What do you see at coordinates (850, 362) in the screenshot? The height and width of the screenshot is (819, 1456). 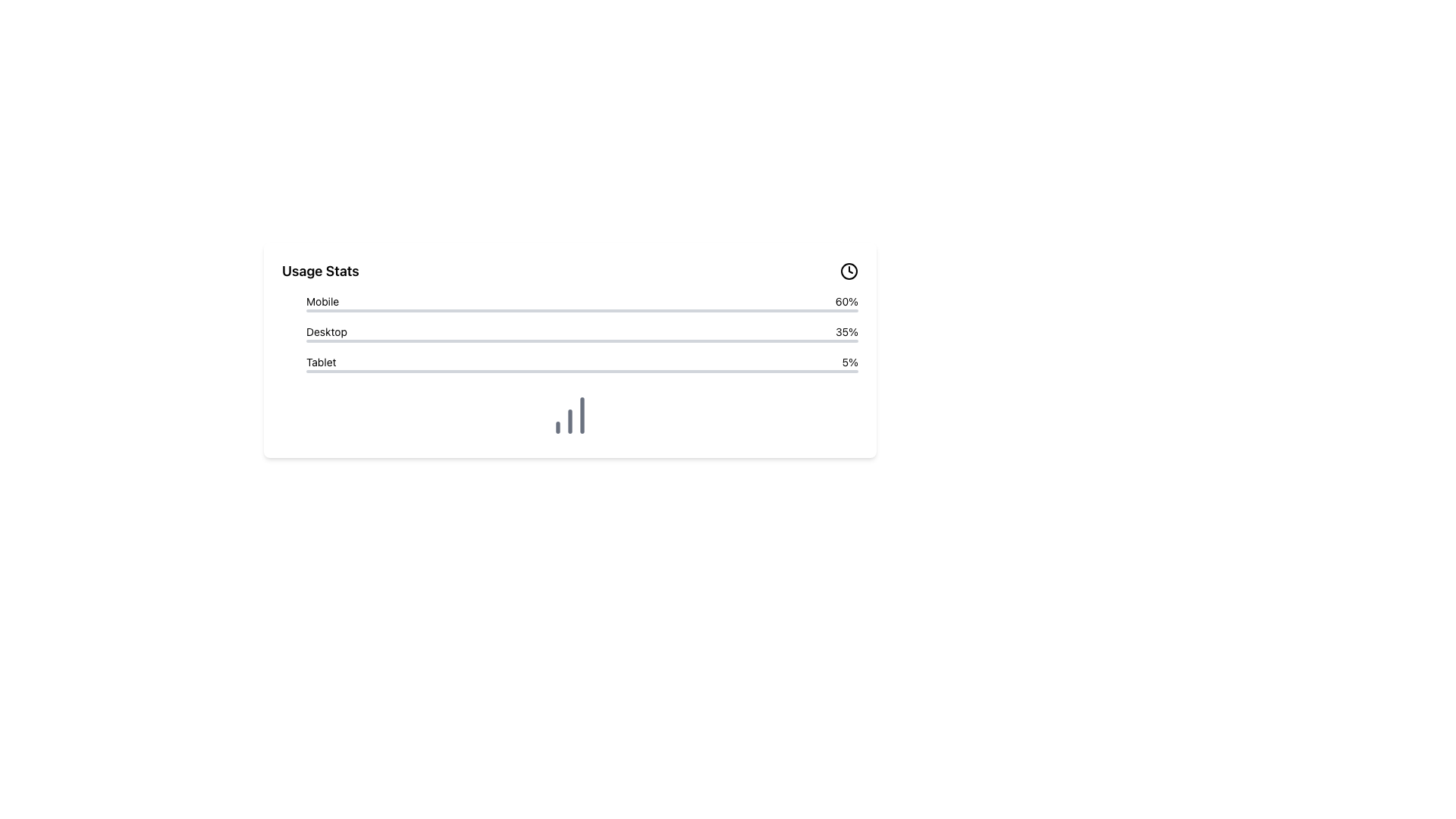 I see `the static text label displaying the percentage (5%) for the 'Tablet' category in the usage statistics` at bounding box center [850, 362].